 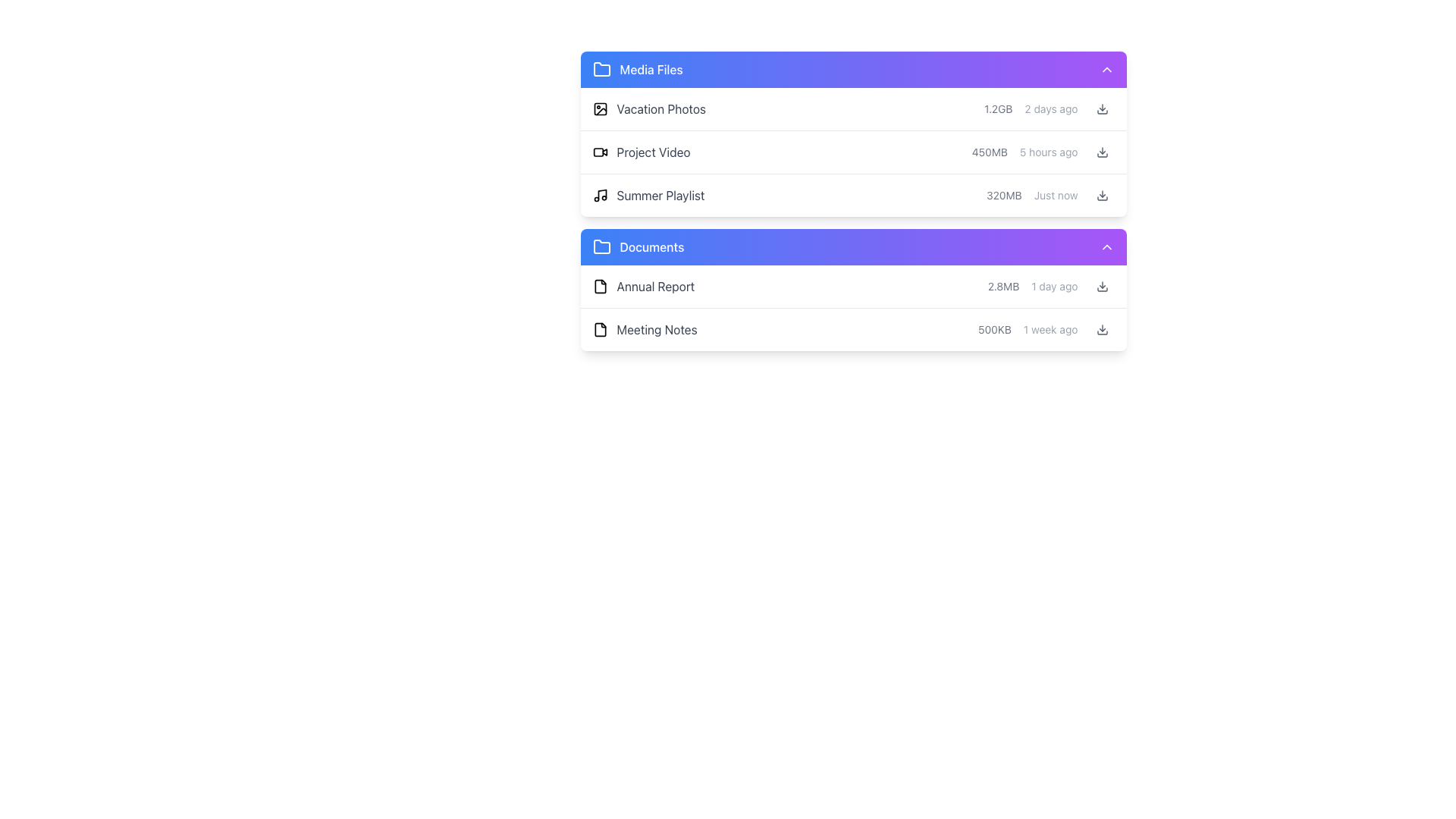 What do you see at coordinates (1042, 152) in the screenshot?
I see `the Text Display element that shows file-related metadata, located to the right of the 'Project Video' entry in the 'Media Files' section` at bounding box center [1042, 152].